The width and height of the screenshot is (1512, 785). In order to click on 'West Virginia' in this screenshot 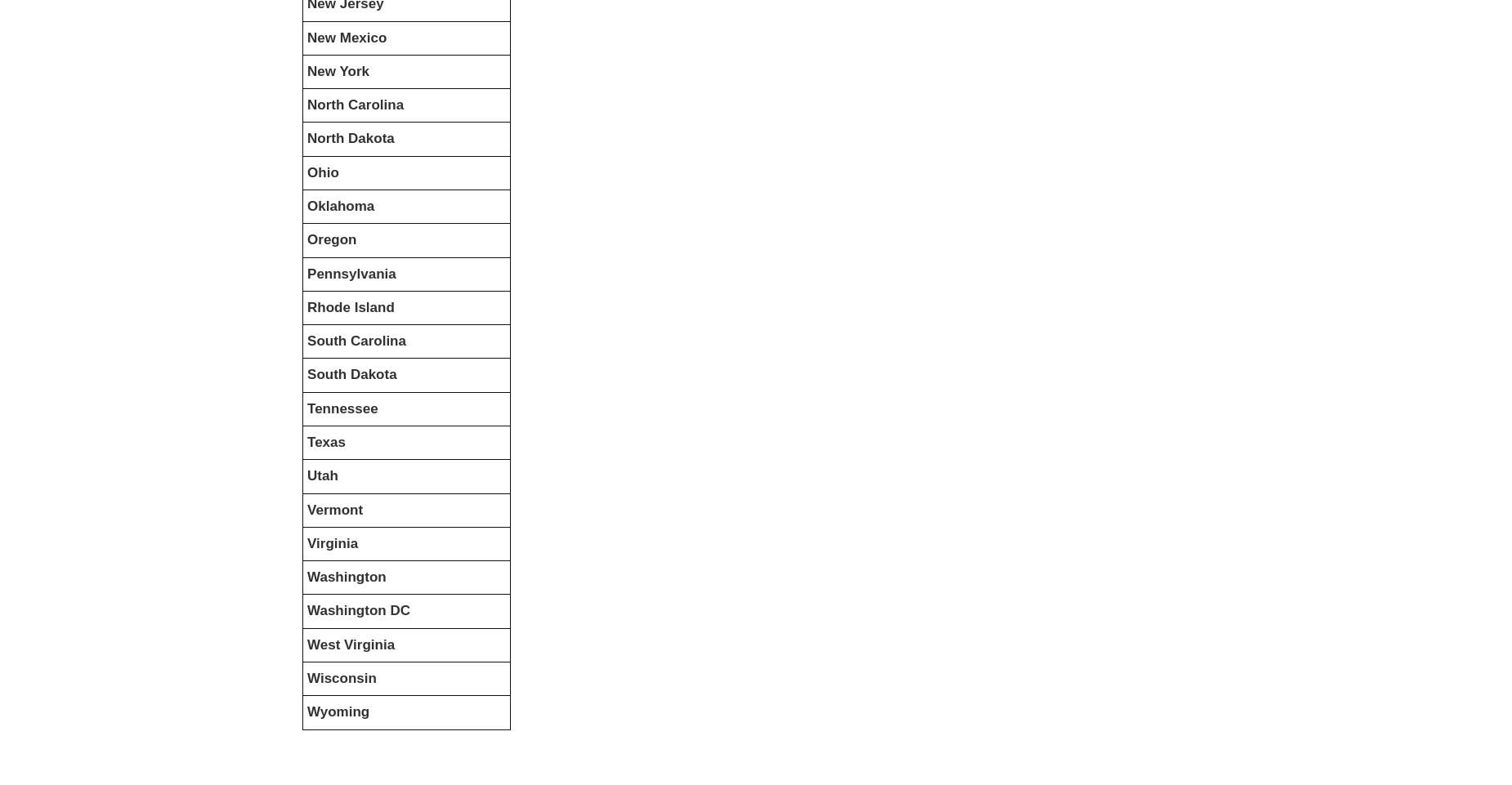, I will do `click(350, 643)`.